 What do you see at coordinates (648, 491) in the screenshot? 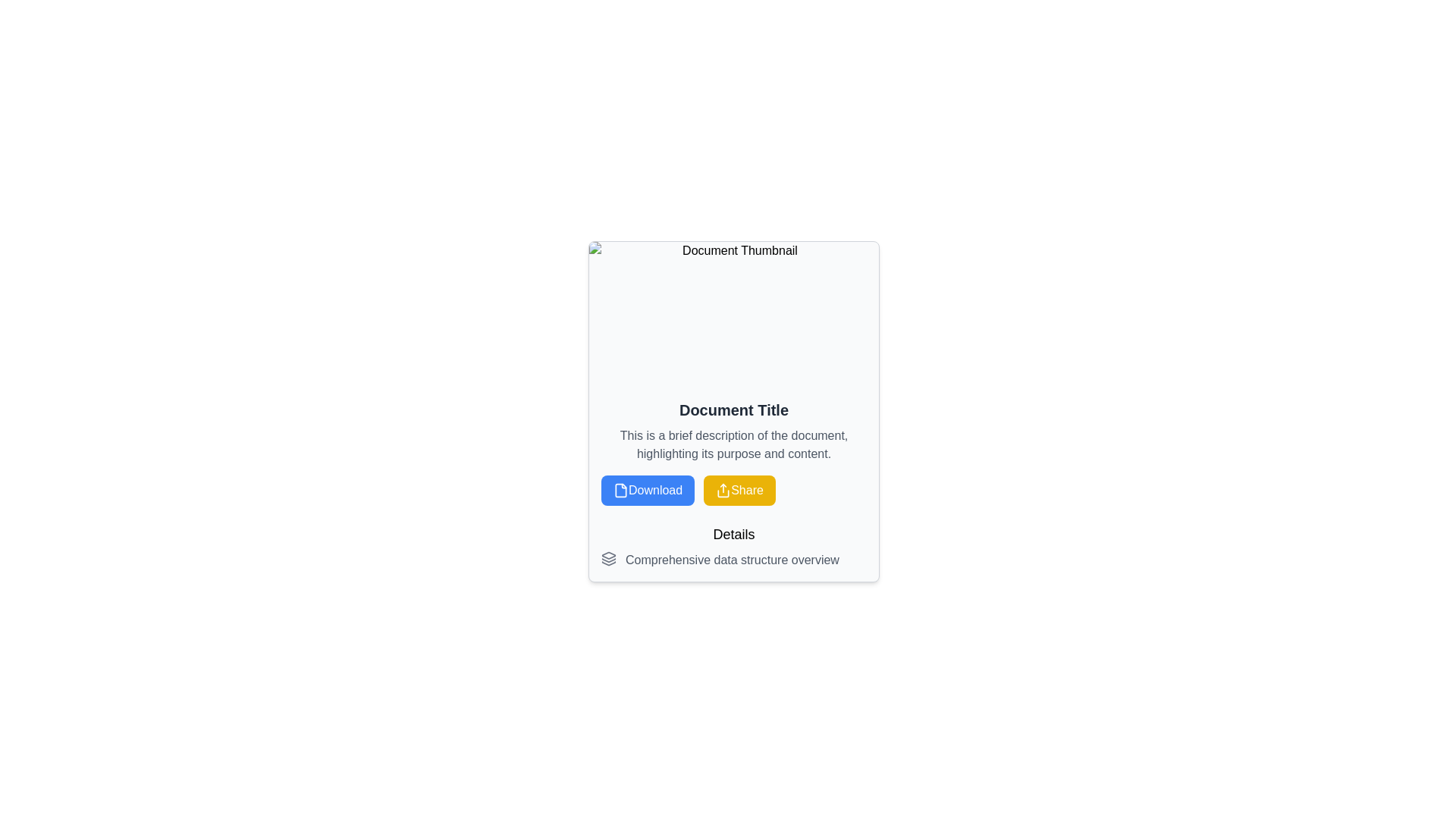
I see `the rectangular 'Download' button with a blue background and white text located at the bottom part of the card interface to initiate the download` at bounding box center [648, 491].